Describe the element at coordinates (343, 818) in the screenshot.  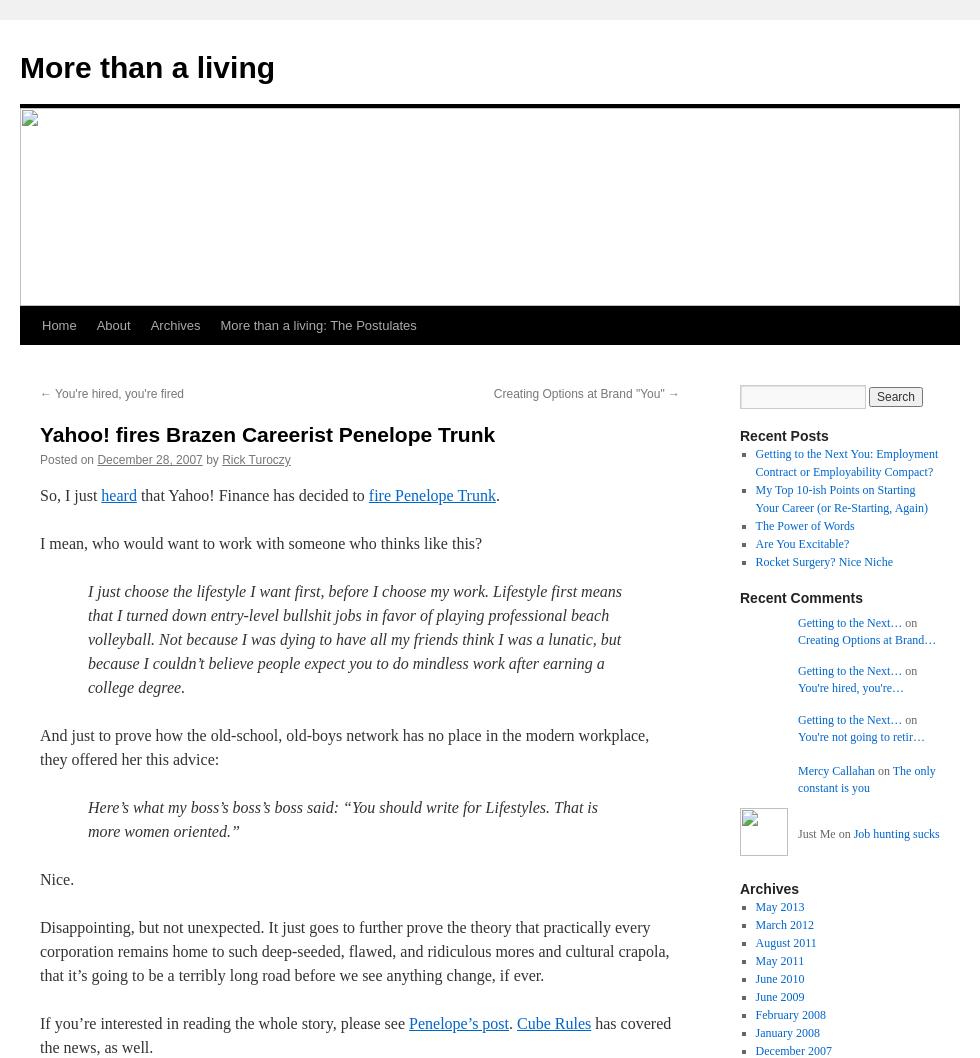
I see `'Here’s what my boss’s boss’s boss said: “You should write for Lifestyles. That is more women oriented.”'` at that location.